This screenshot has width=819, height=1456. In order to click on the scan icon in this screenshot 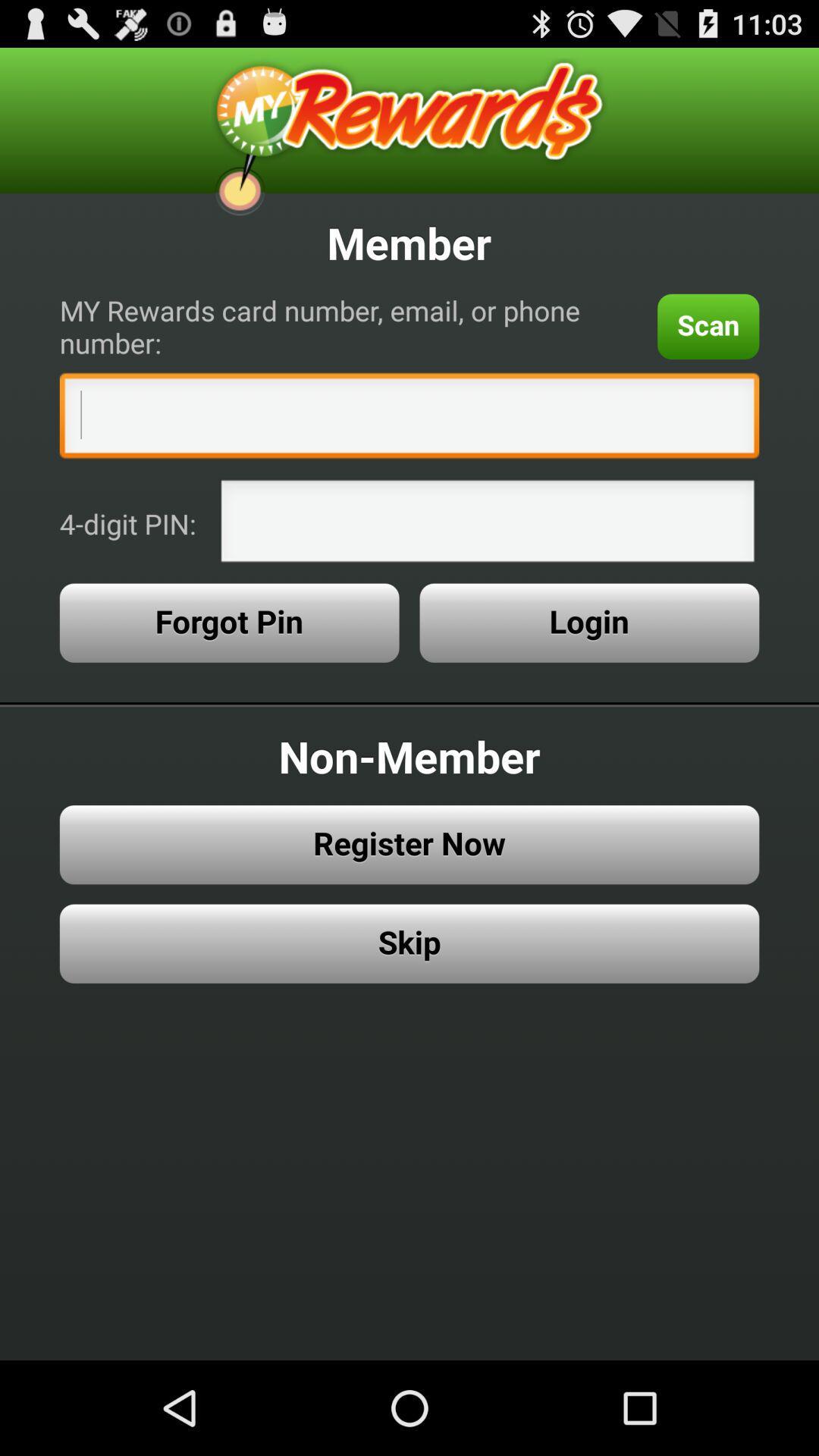, I will do `click(708, 325)`.